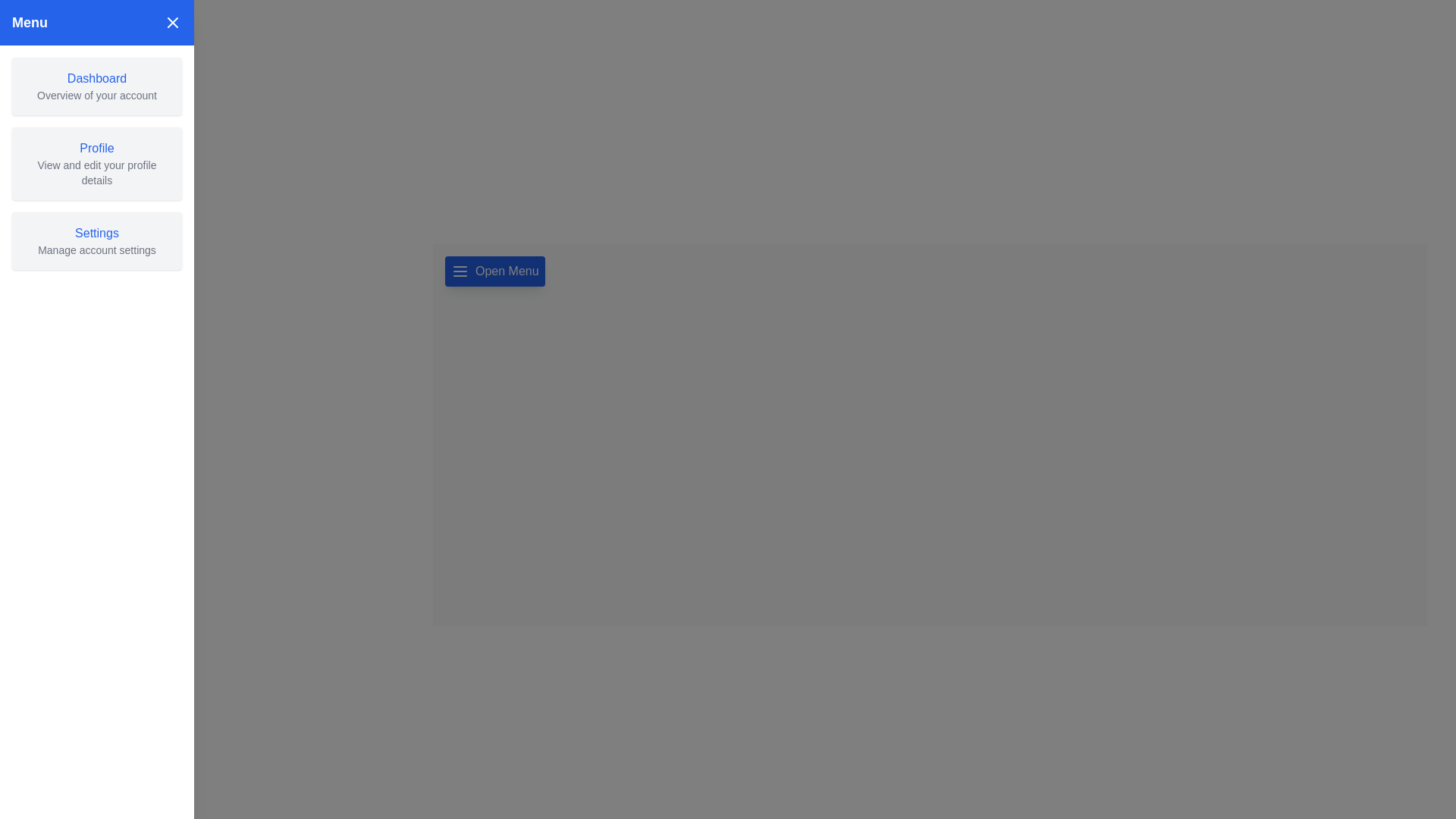  Describe the element at coordinates (30, 23) in the screenshot. I see `the 'Menu' text label that is displayed in a large, bold font with white color on a blue background, positioned near the top-left corner of the interface` at that location.